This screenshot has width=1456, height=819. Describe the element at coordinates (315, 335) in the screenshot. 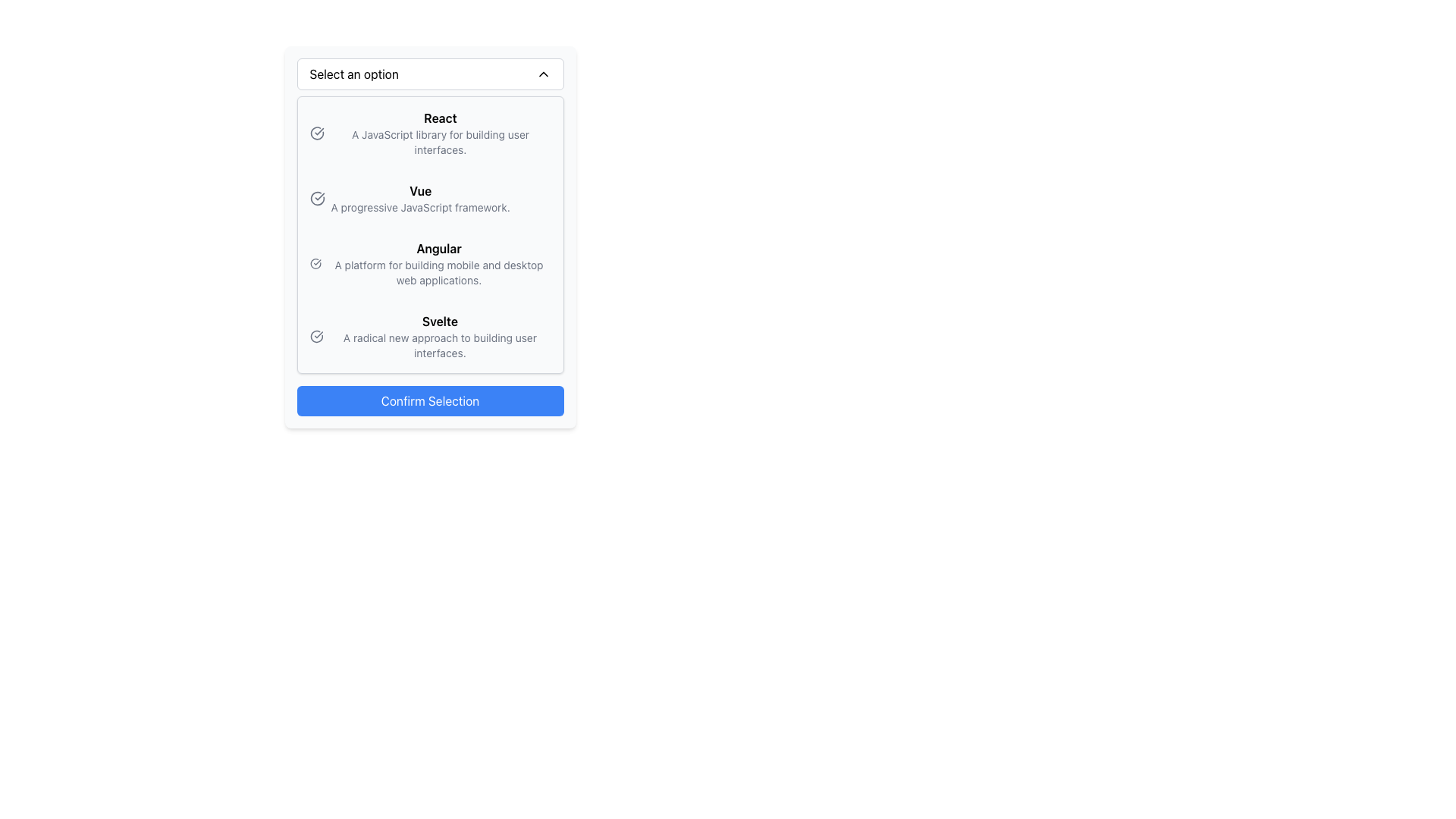

I see `the selection indicator SVG icon that visually indicates that 'Svelte' has been selected, positioned to the left of the text 'Svelte'` at that location.